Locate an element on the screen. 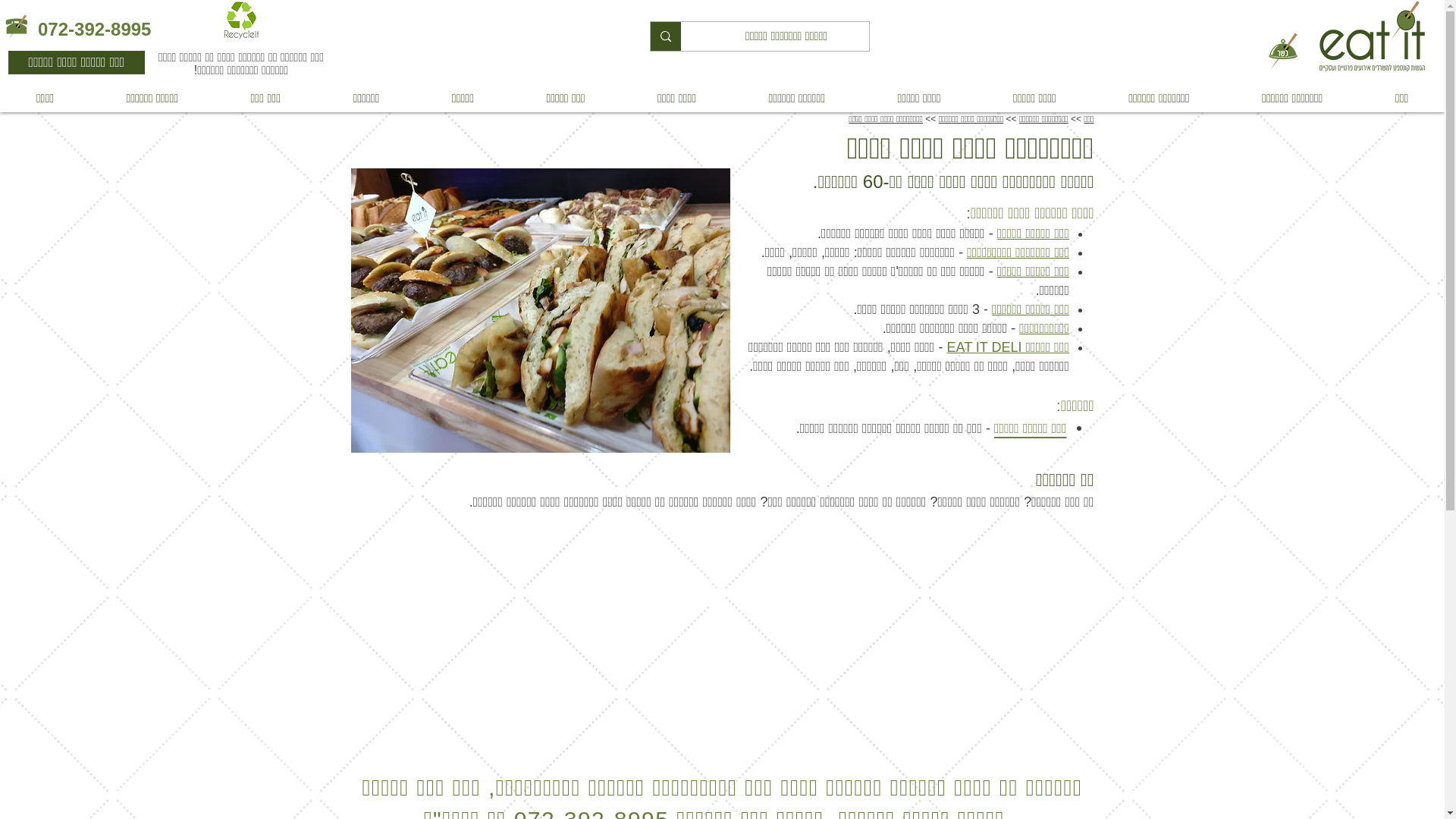 The width and height of the screenshot is (1456, 819). '072-392-8995' is located at coordinates (93, 29).